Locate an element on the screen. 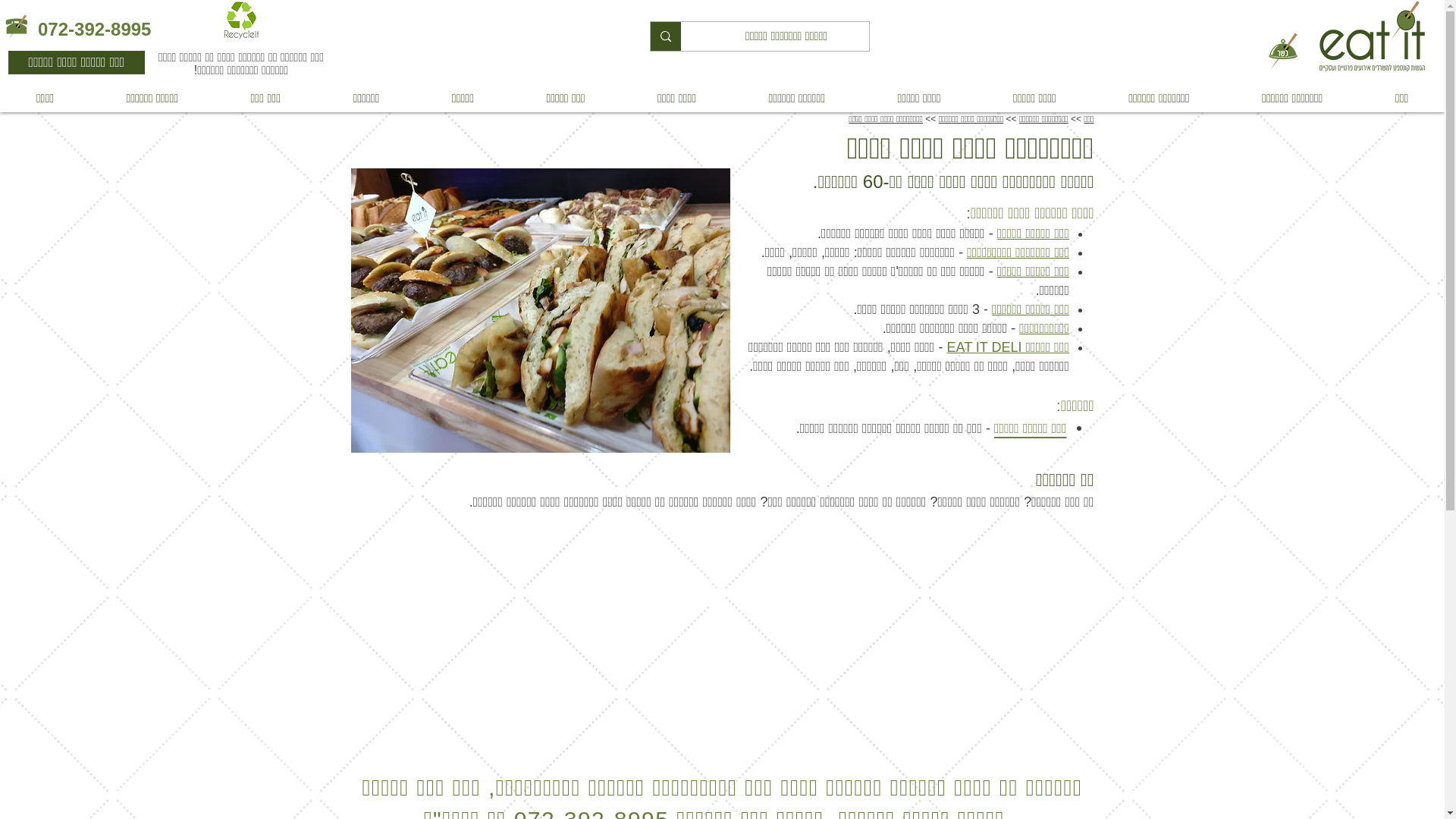 The width and height of the screenshot is (1456, 819). '072-392-8995' is located at coordinates (93, 29).